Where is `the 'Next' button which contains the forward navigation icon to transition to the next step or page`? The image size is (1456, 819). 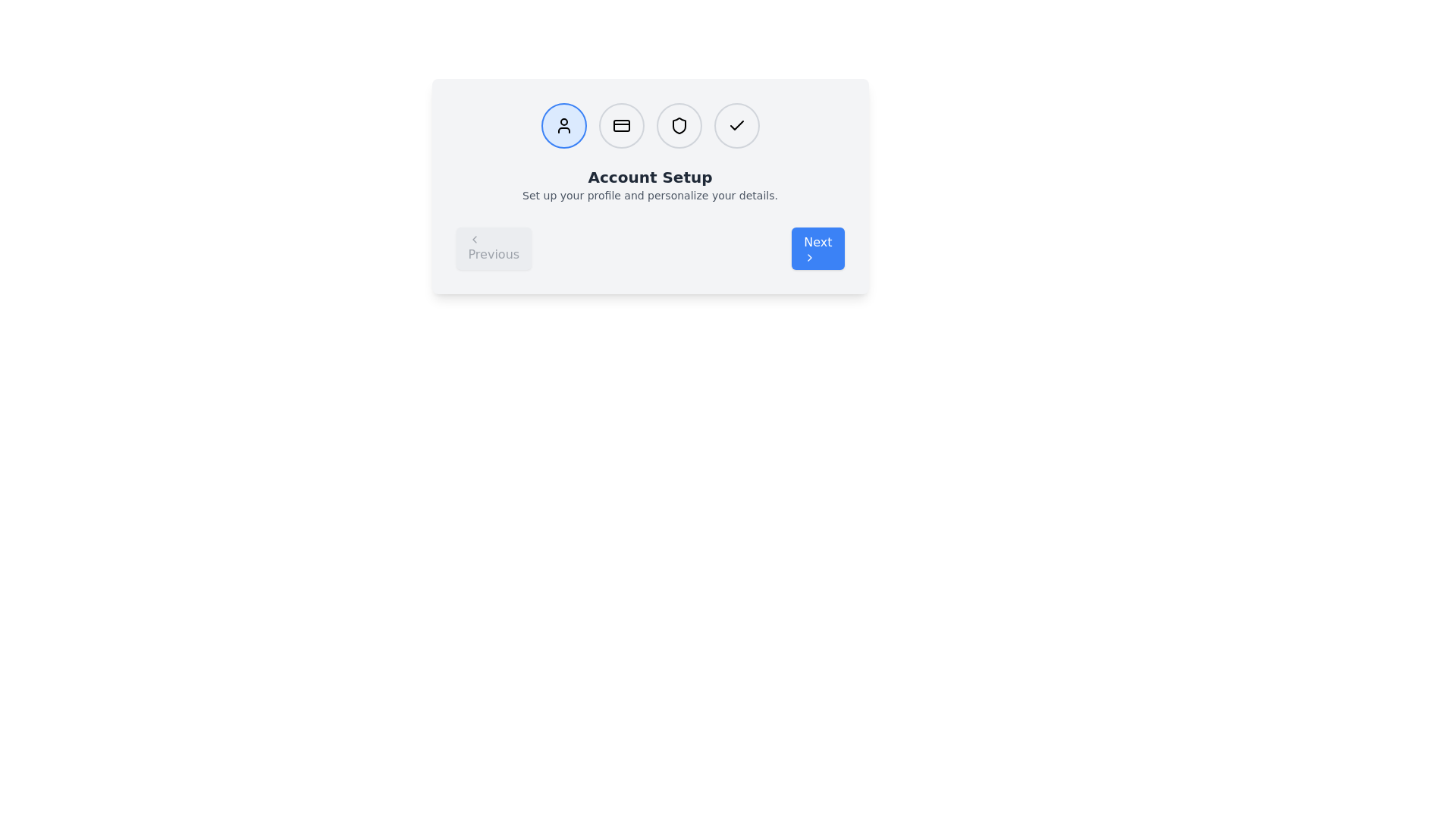 the 'Next' button which contains the forward navigation icon to transition to the next step or page is located at coordinates (809, 256).